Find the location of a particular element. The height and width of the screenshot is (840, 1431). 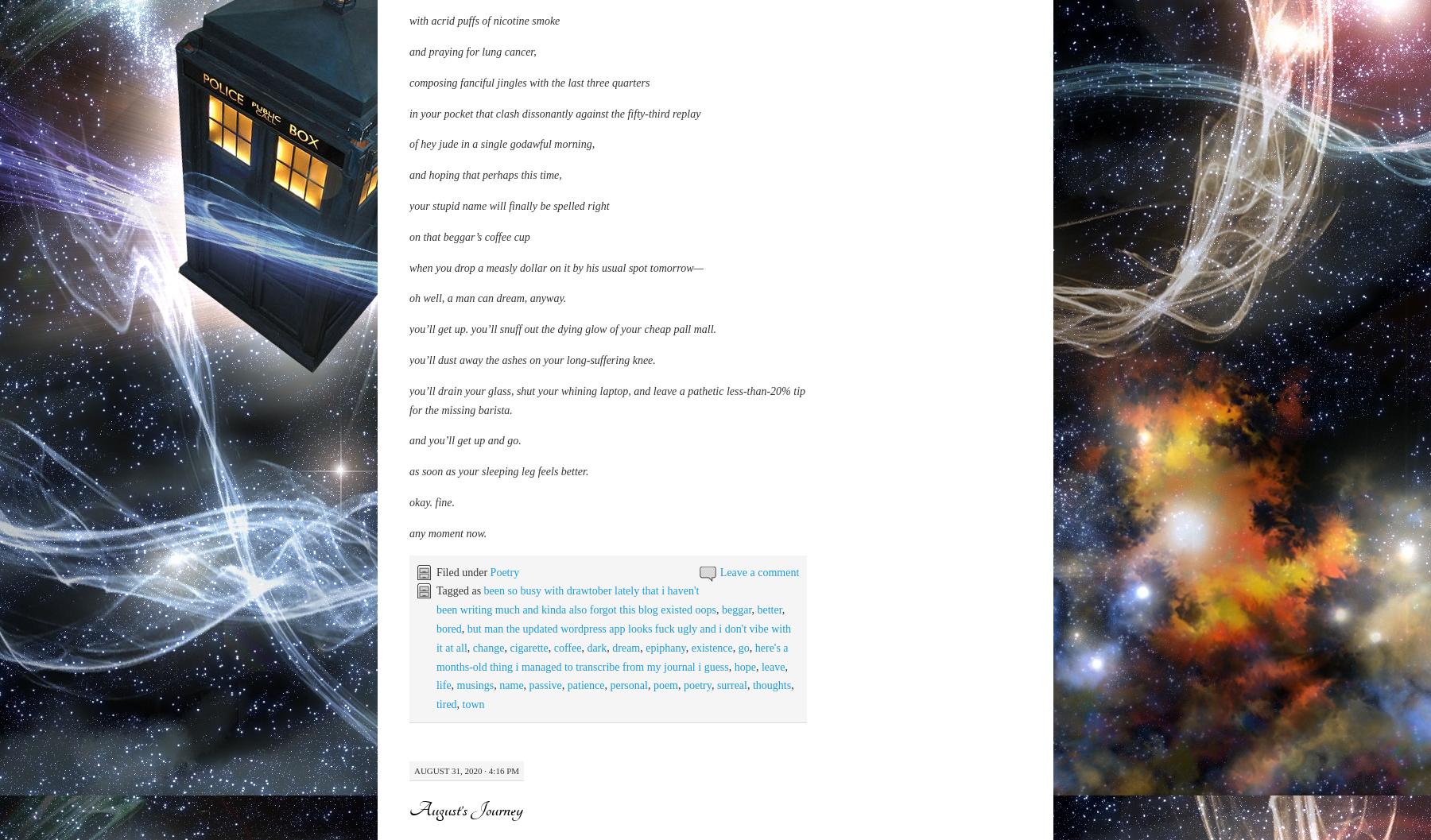

'poem' is located at coordinates (665, 829).